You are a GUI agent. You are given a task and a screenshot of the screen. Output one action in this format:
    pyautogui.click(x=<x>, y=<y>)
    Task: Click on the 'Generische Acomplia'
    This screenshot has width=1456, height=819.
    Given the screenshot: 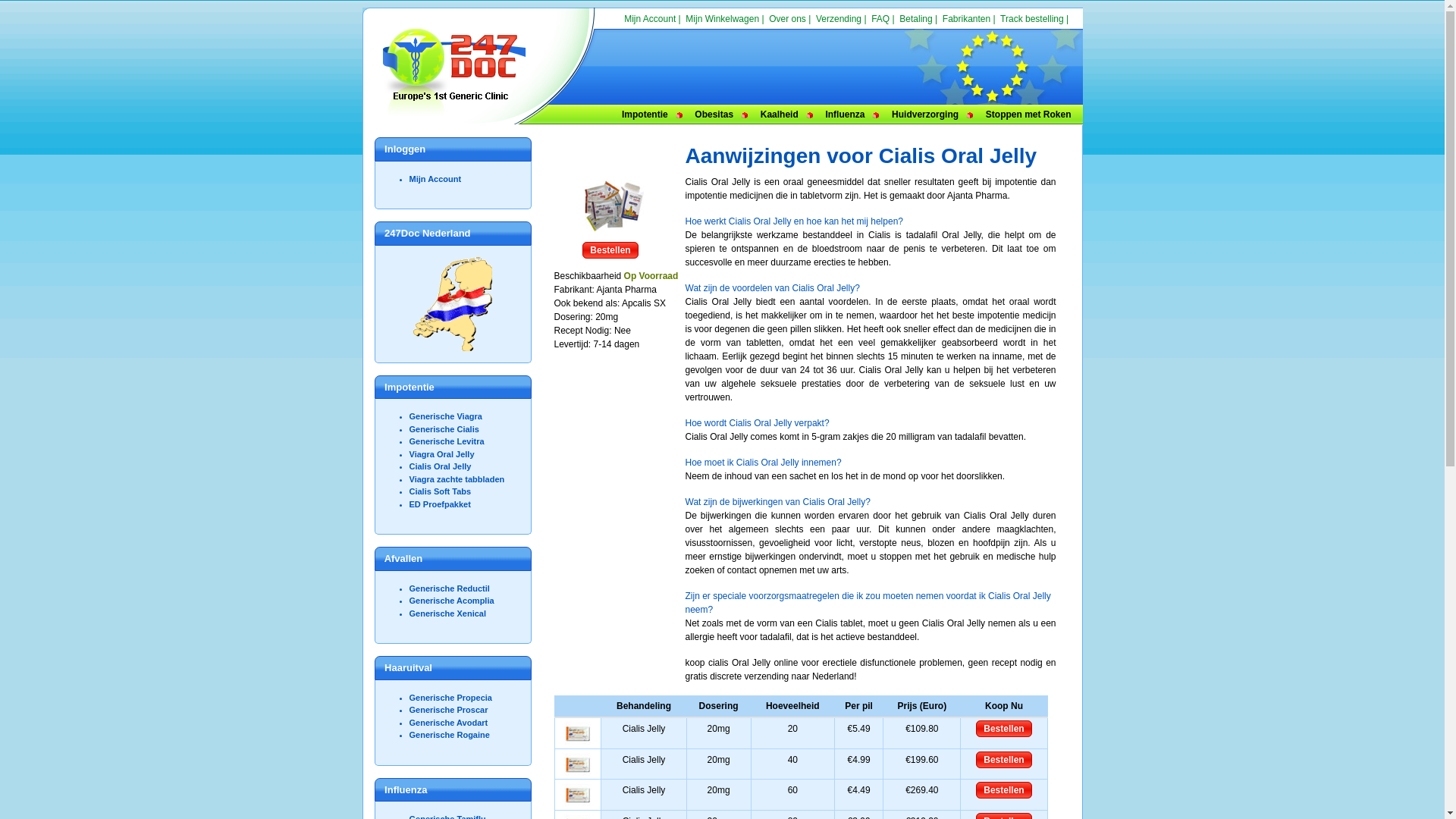 What is the action you would take?
    pyautogui.click(x=450, y=599)
    